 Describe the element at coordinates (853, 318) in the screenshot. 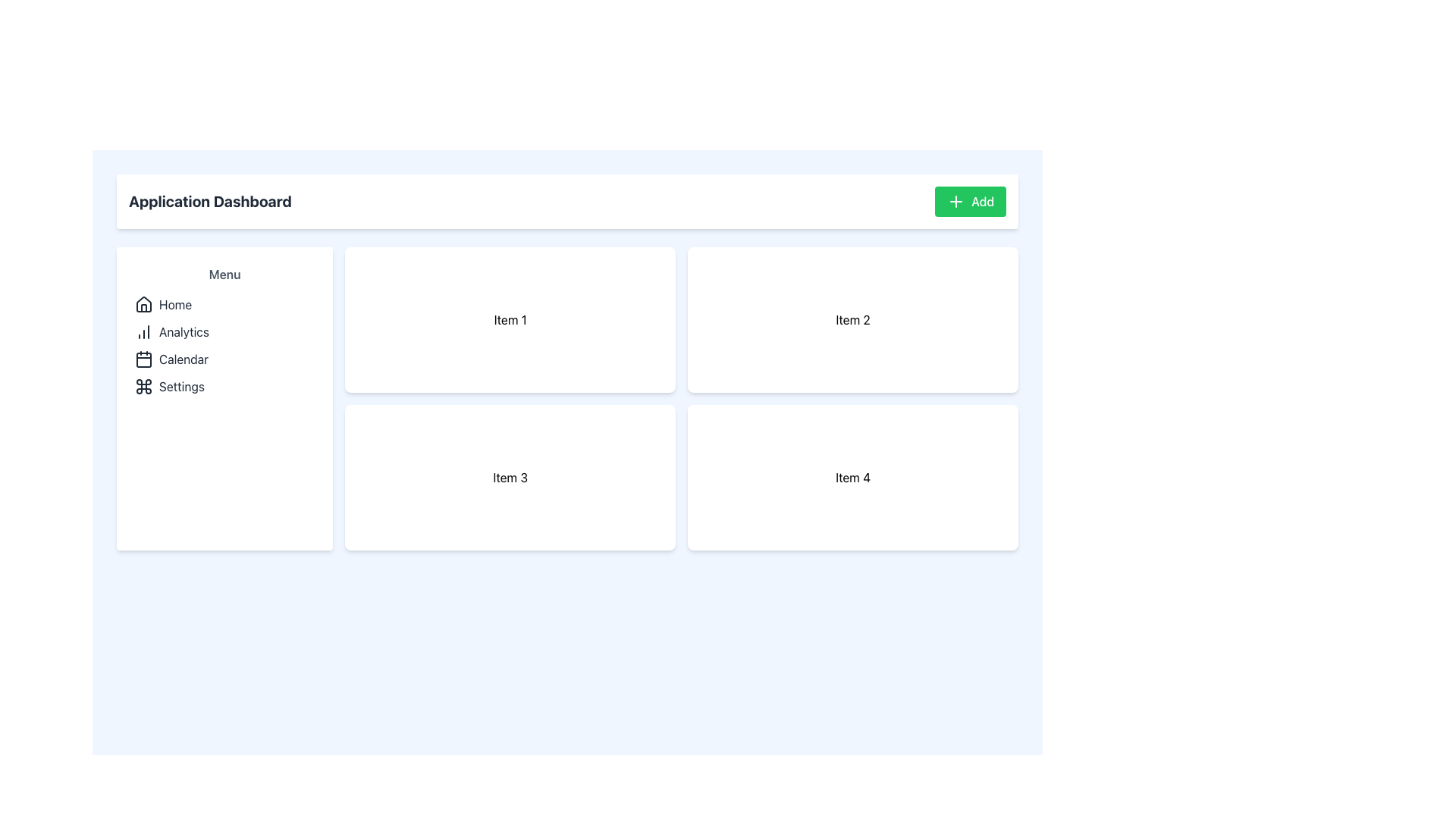

I see `the static content card displaying the text 'Item 2' located in the top-right position of a 2x2 grid layout` at that location.